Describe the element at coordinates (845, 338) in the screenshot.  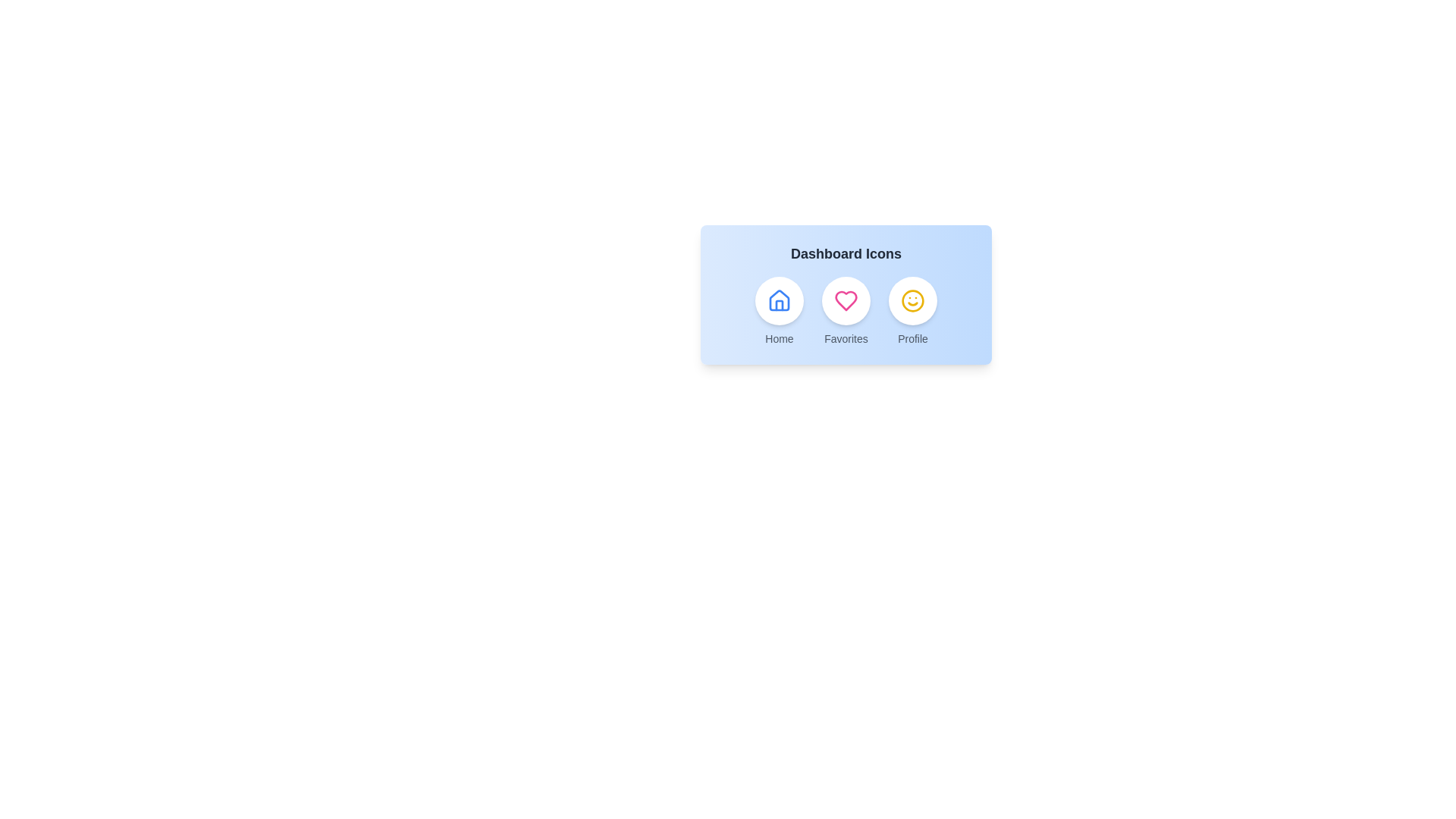
I see `the 'Favorites' text label, which is the third item in a group of labels under the corresponding icons, indicating that the heart icon represents 'Favorites'` at that location.